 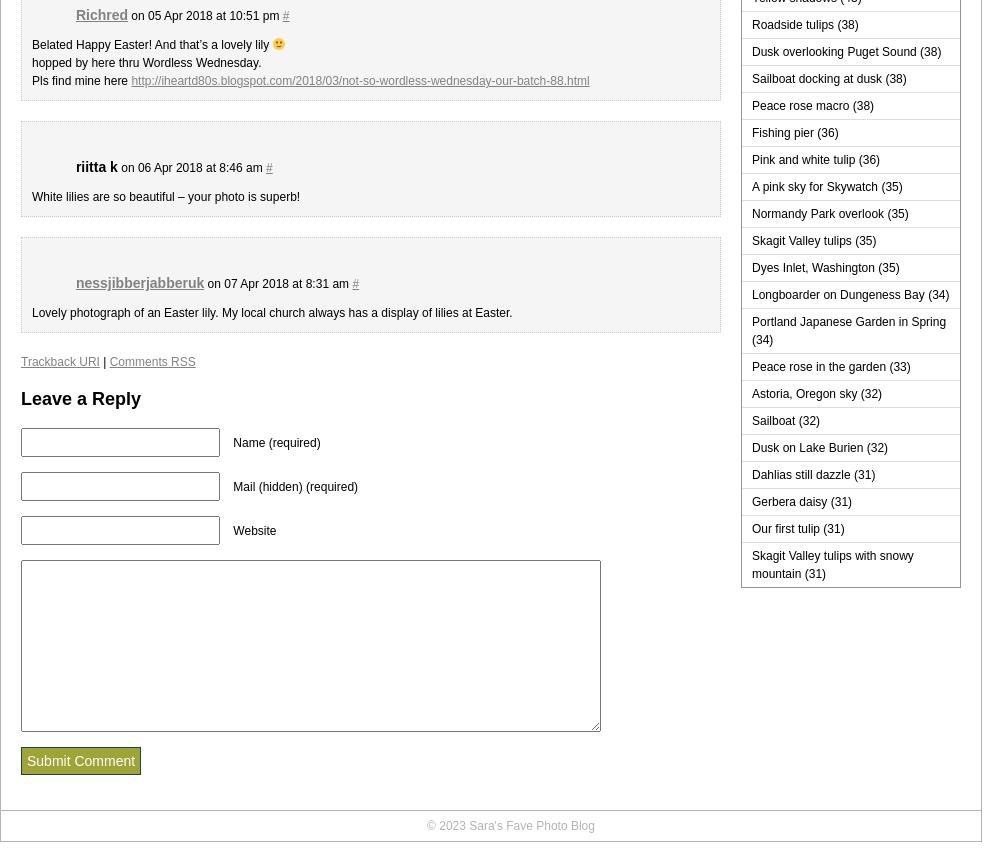 I want to click on 'Lovely photograph of an Easter lily. My local church always has a display of lilies at Easter.', so click(x=270, y=313).